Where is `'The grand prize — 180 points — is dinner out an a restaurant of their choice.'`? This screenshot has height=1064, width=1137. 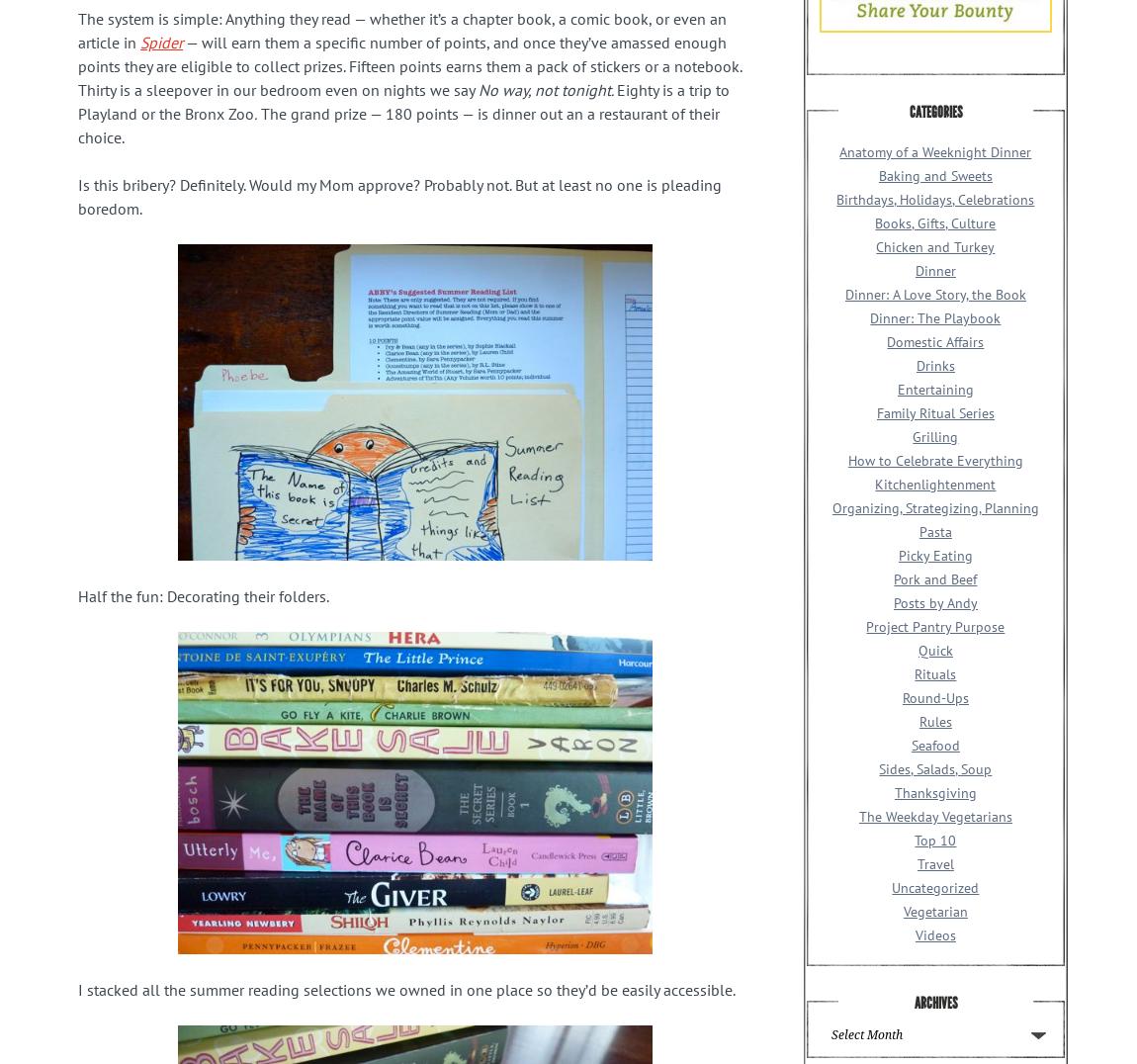 'The grand prize — 180 points — is dinner out an a restaurant of their choice.' is located at coordinates (77, 124).